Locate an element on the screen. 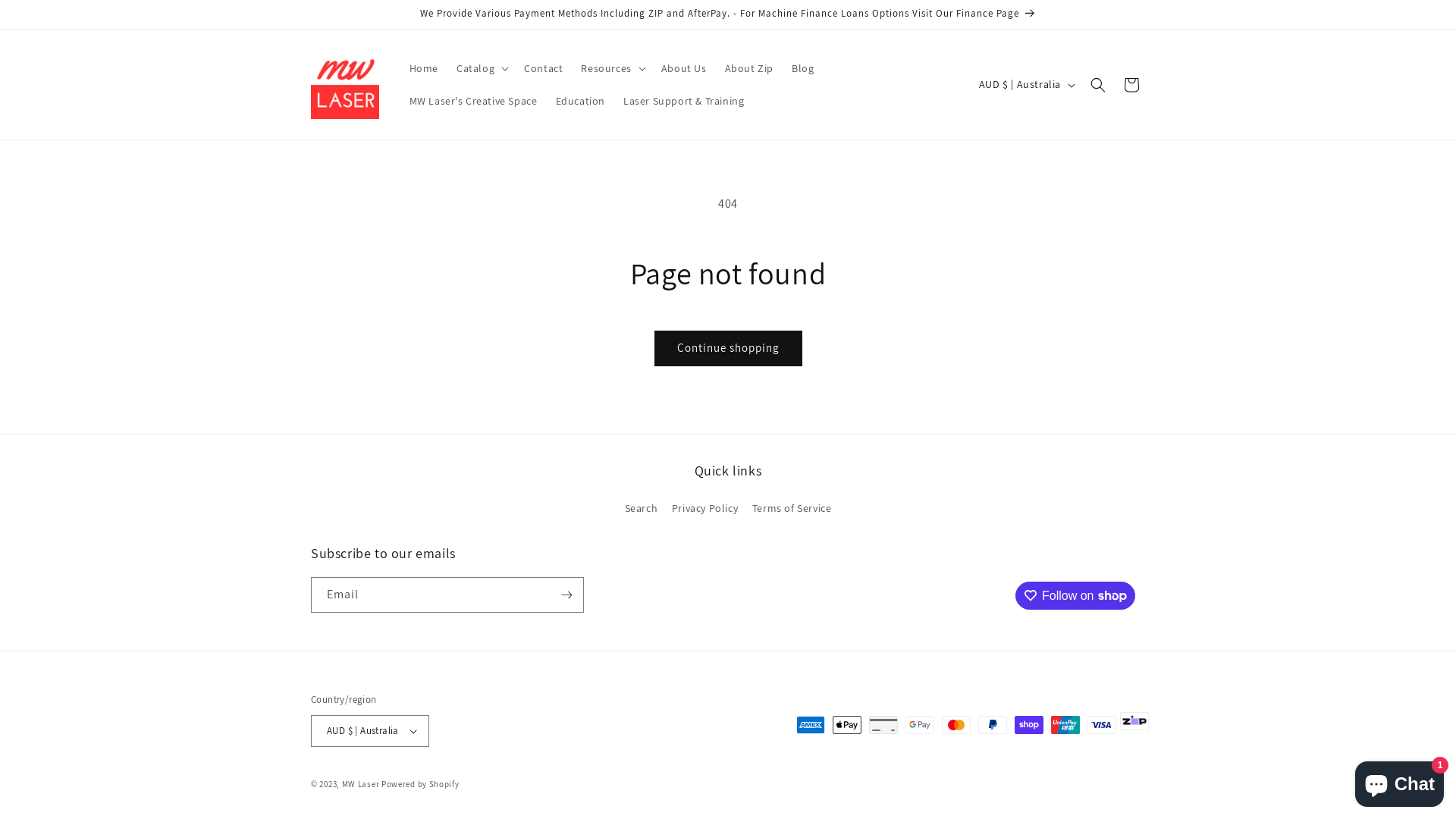 This screenshot has width=1456, height=819. 'About Zip' is located at coordinates (749, 67).